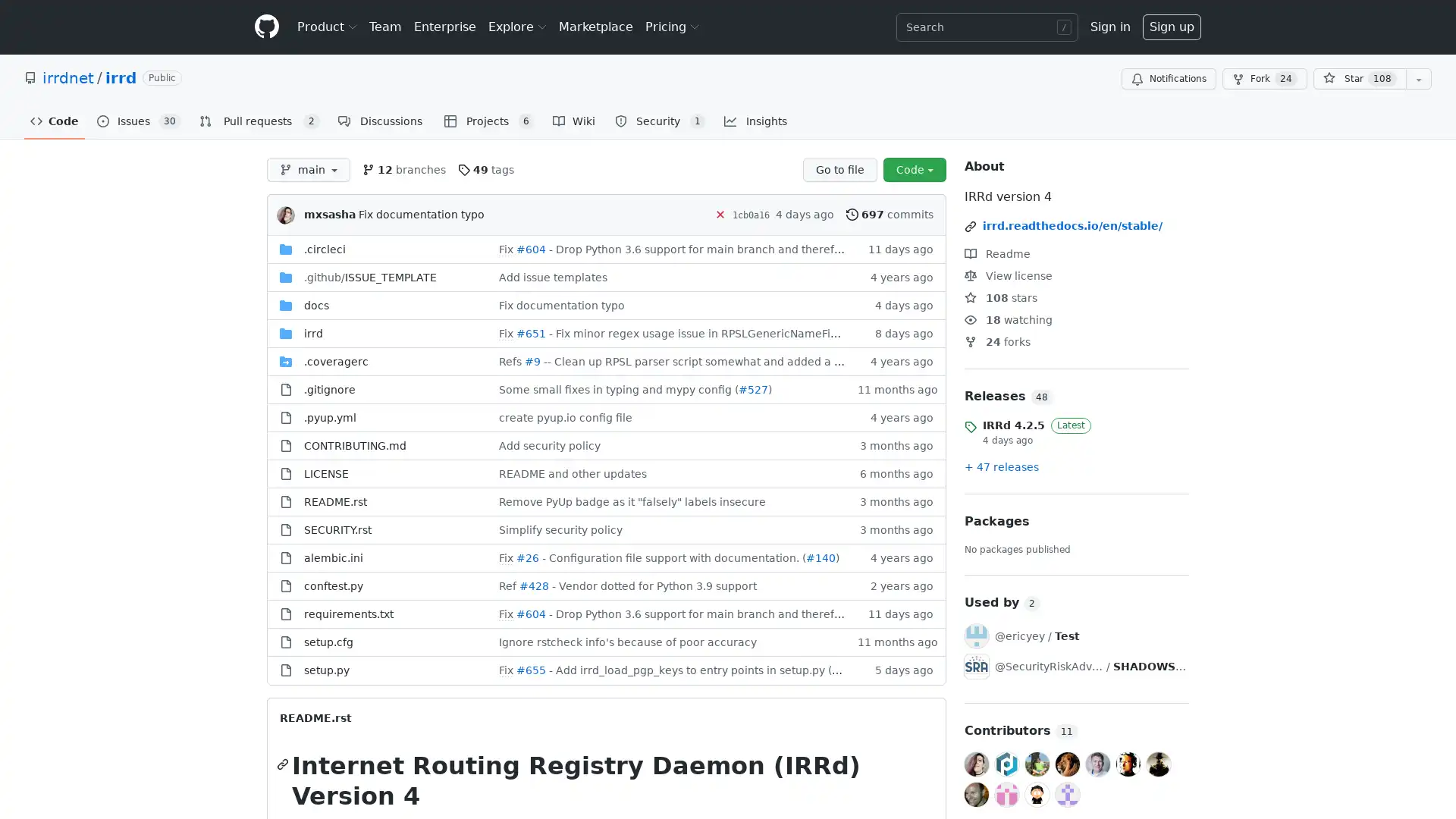 This screenshot has width=1456, height=819. I want to click on You must be signed in to add this repository to a list, so click(1418, 79).